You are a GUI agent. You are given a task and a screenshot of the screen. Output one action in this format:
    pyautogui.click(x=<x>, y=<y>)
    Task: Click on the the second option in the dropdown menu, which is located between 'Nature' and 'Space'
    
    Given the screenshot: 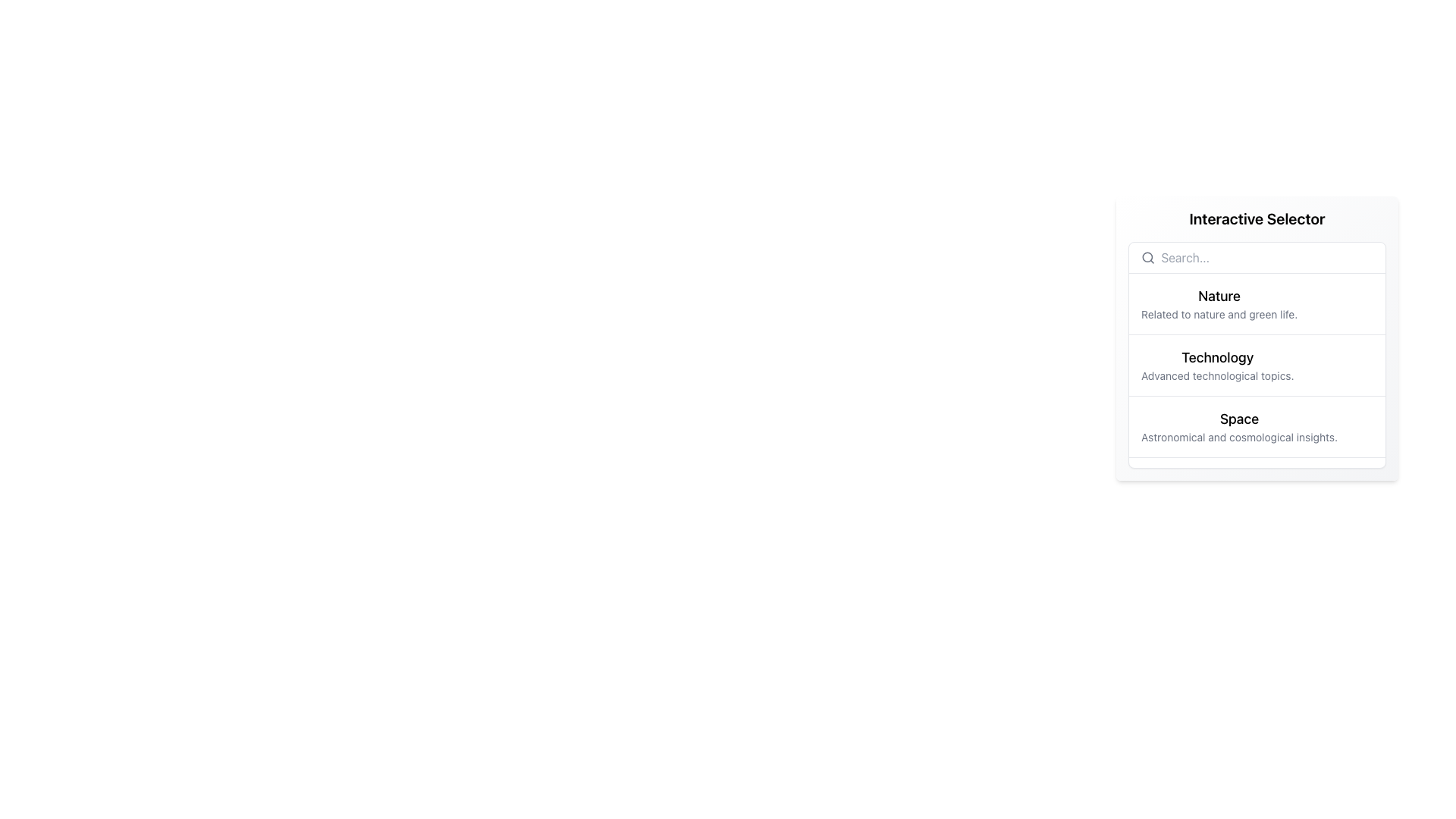 What is the action you would take?
    pyautogui.click(x=1257, y=371)
    